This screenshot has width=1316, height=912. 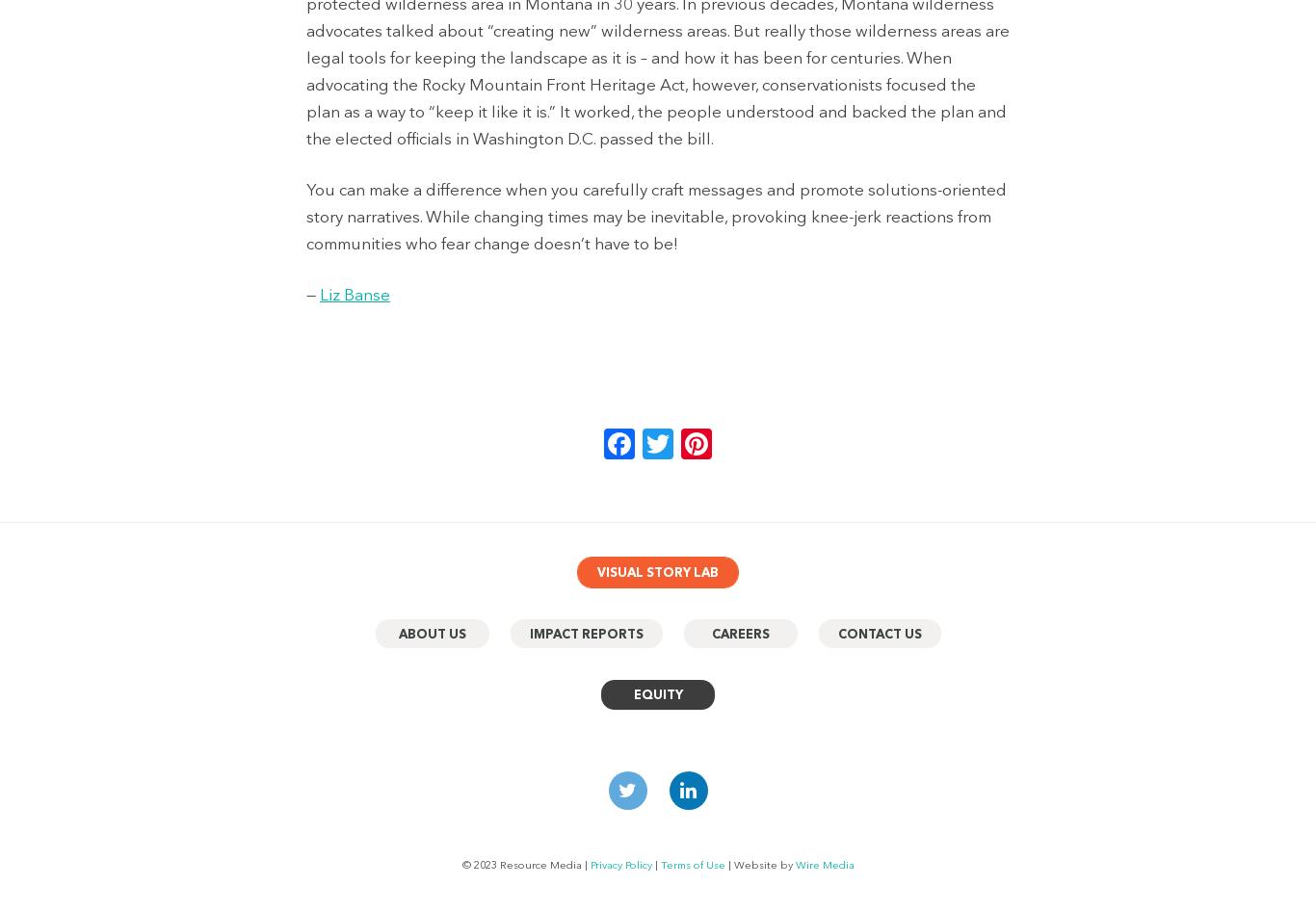 I want to click on 'Liz Banse', so click(x=354, y=293).